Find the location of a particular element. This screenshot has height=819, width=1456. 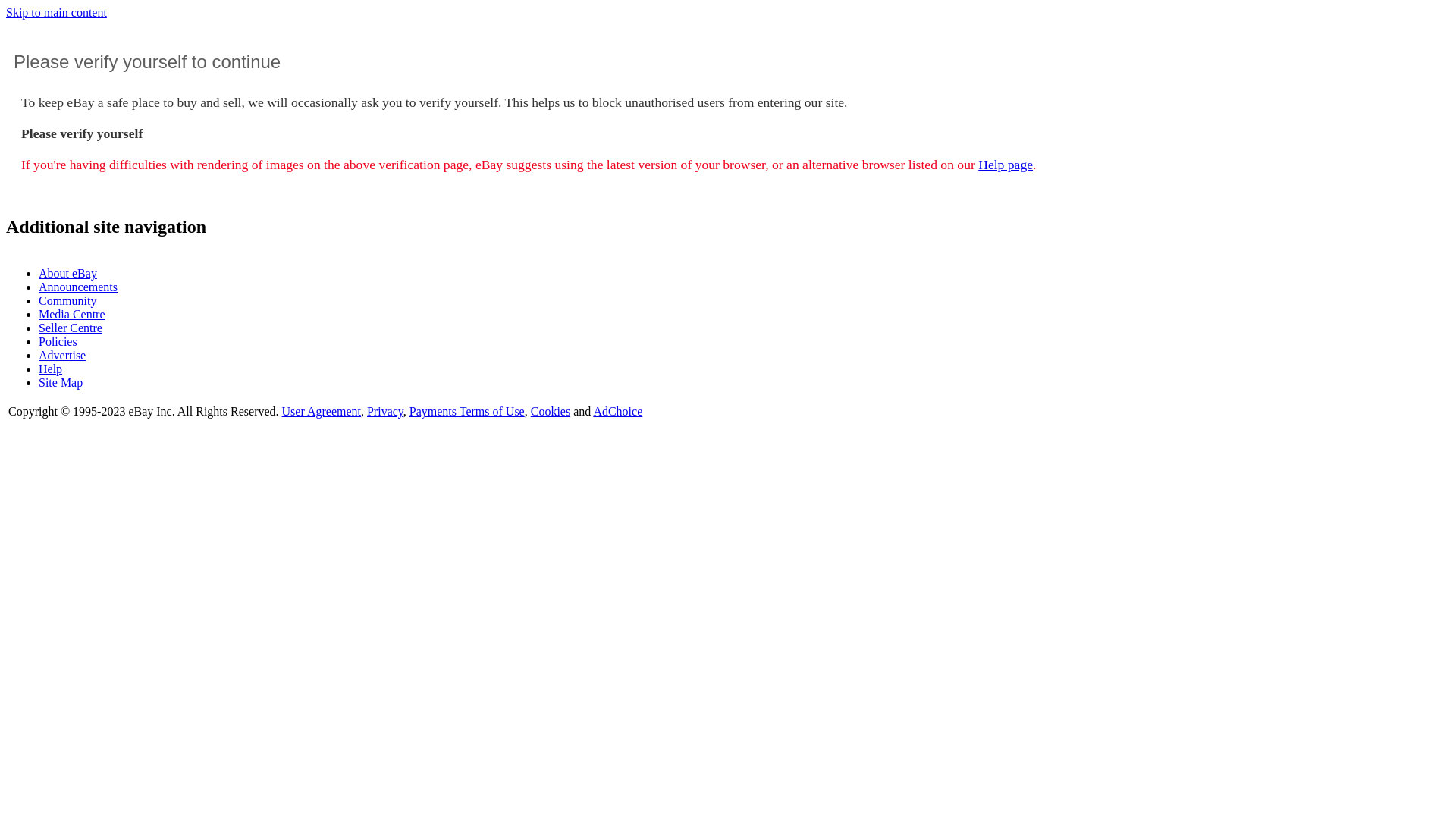

'Help' is located at coordinates (39, 369).